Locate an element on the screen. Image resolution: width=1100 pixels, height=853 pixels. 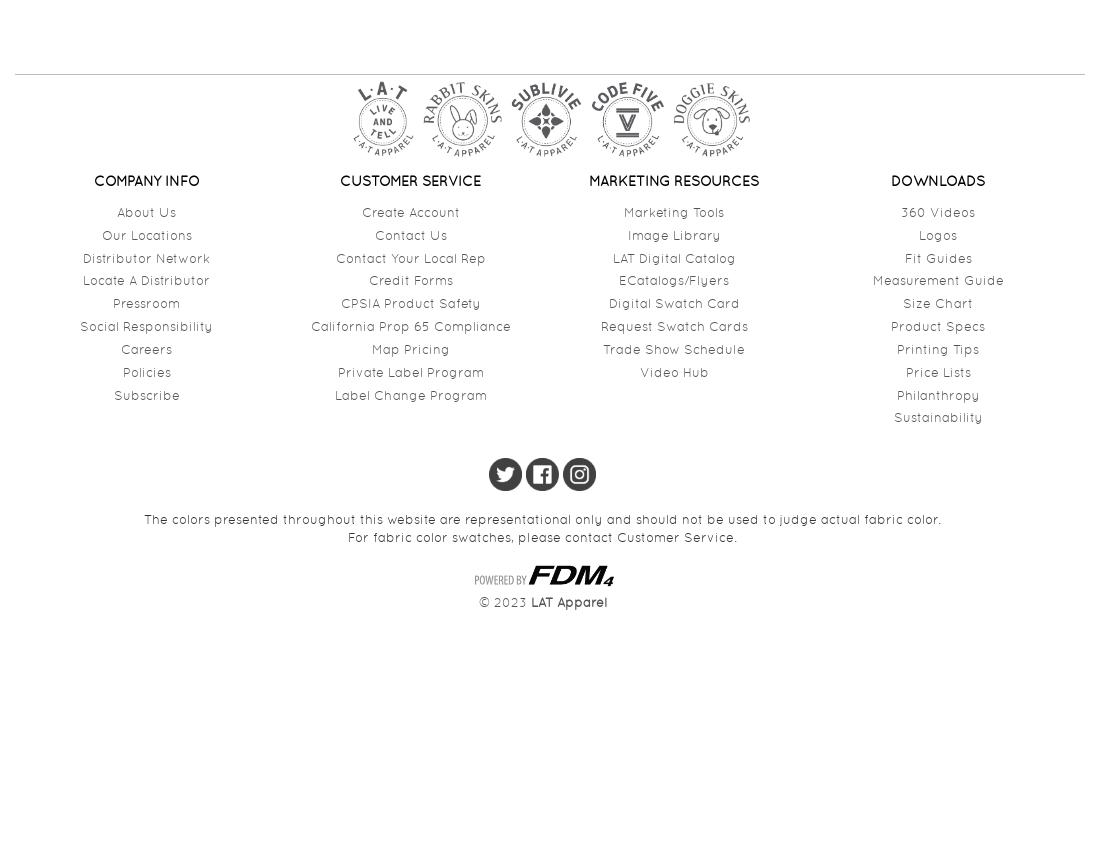
'Social Responsibility' is located at coordinates (79, 326).